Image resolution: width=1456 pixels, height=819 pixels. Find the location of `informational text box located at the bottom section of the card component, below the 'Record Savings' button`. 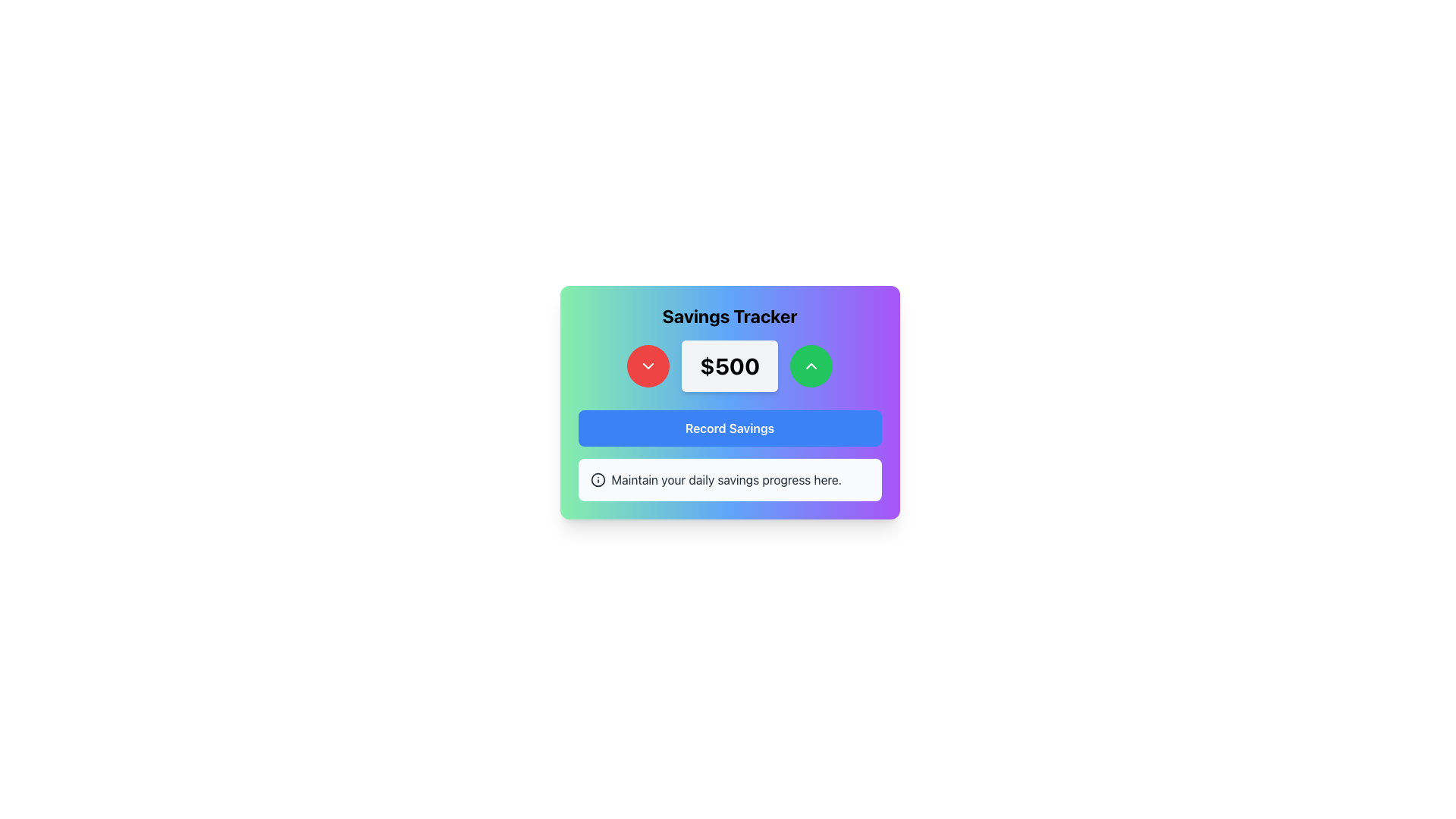

informational text box located at the bottom section of the card component, below the 'Record Savings' button is located at coordinates (730, 479).